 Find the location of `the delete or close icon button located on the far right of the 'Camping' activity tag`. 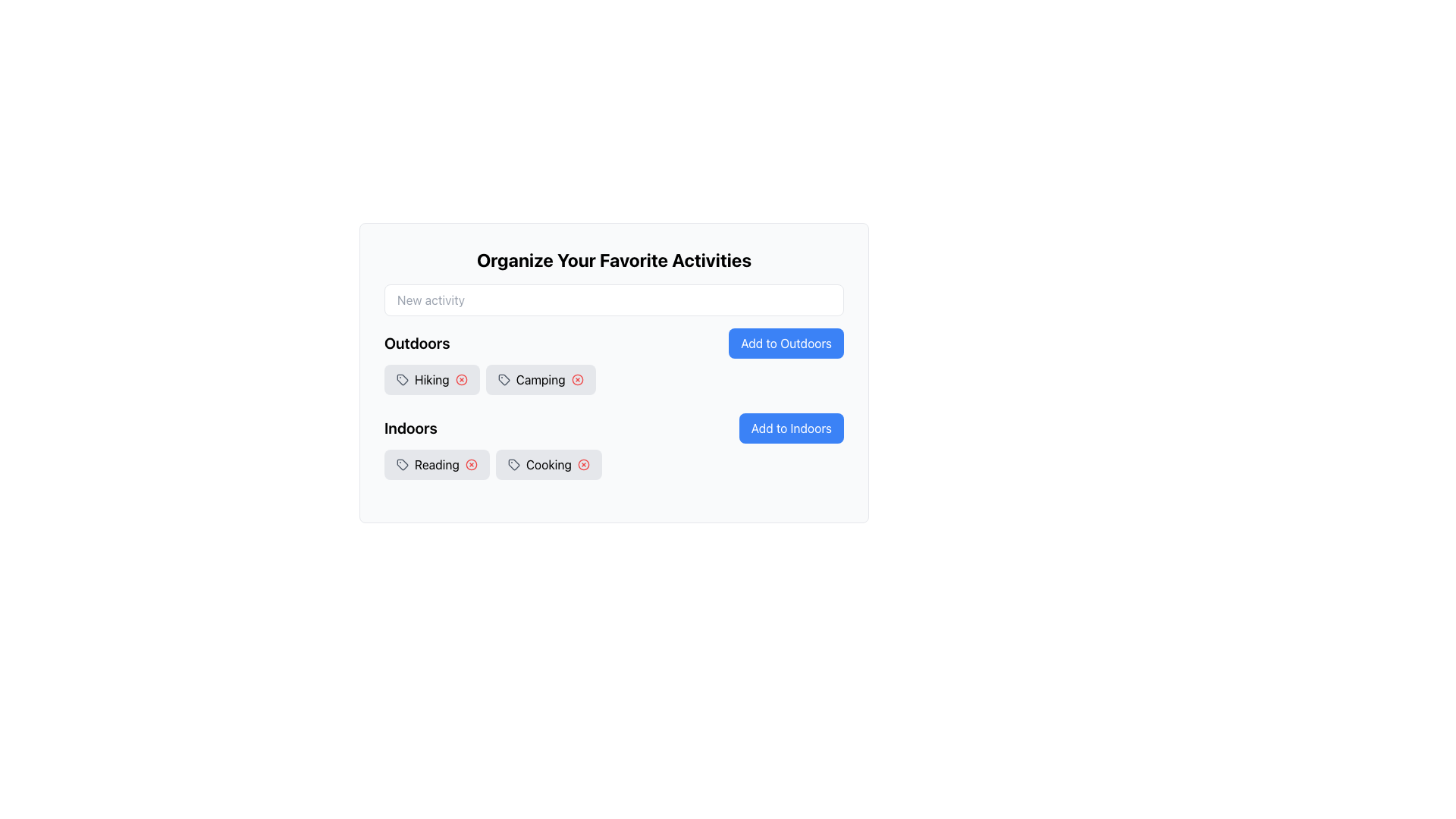

the delete or close icon button located on the far right of the 'Camping' activity tag is located at coordinates (576, 379).